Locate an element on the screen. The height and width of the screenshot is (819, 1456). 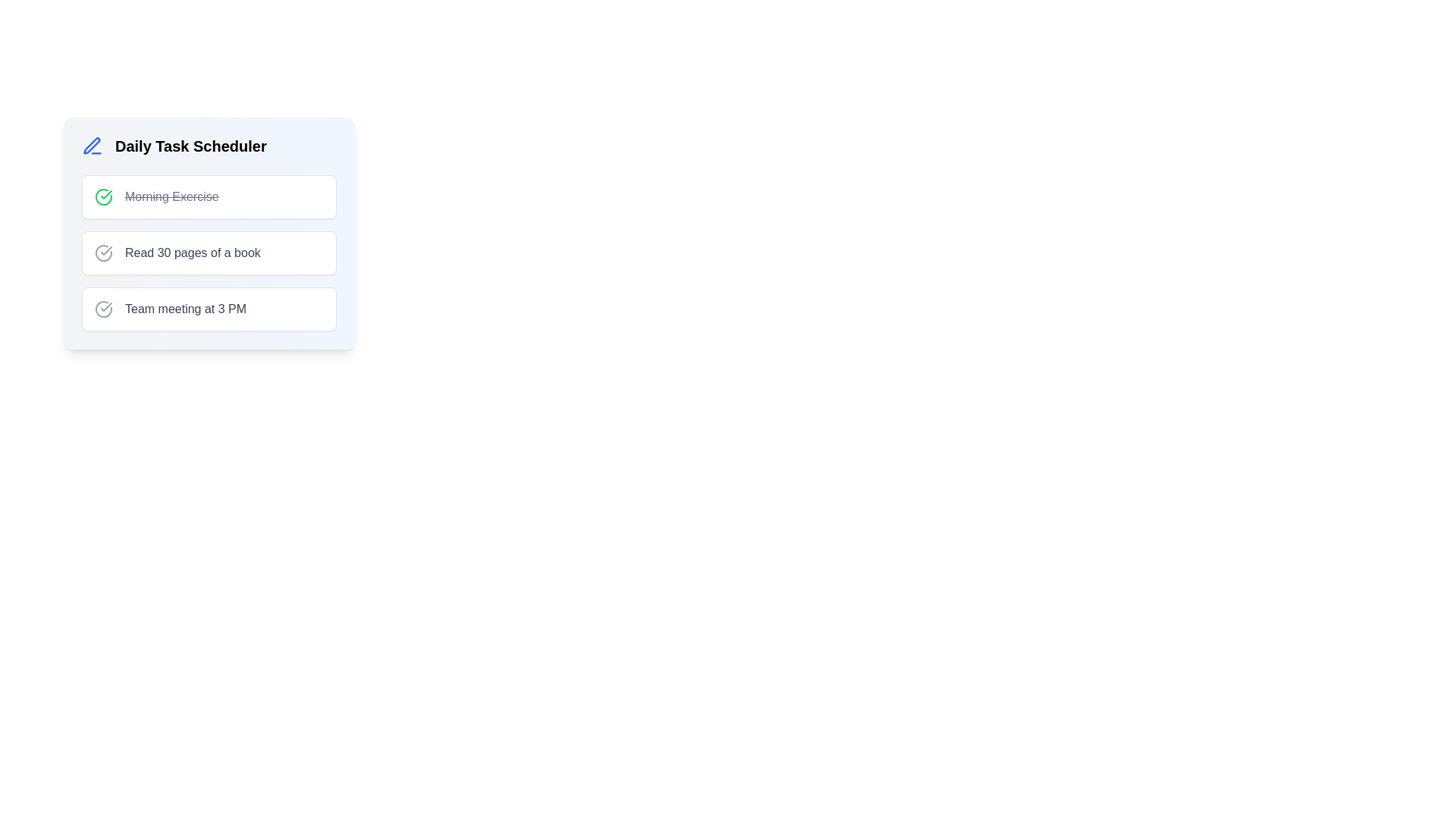
to select the task 'Read 30 pages of a book' in the Daily Task Scheduler, which is the second item in the list below 'Morning Exercise' and above 'Team meeting at 3 PM' is located at coordinates (208, 253).